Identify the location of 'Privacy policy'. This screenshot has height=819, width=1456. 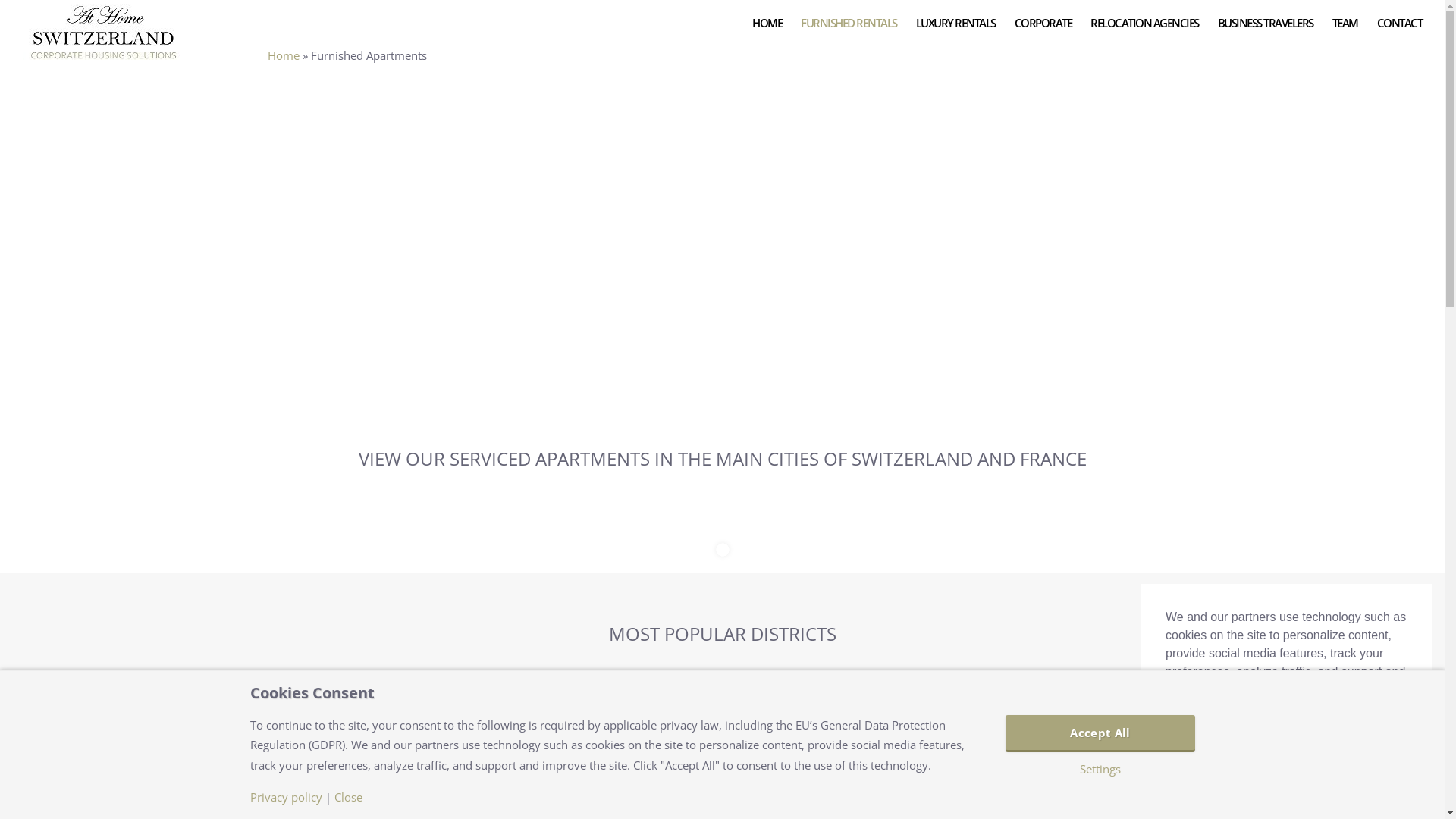
(286, 796).